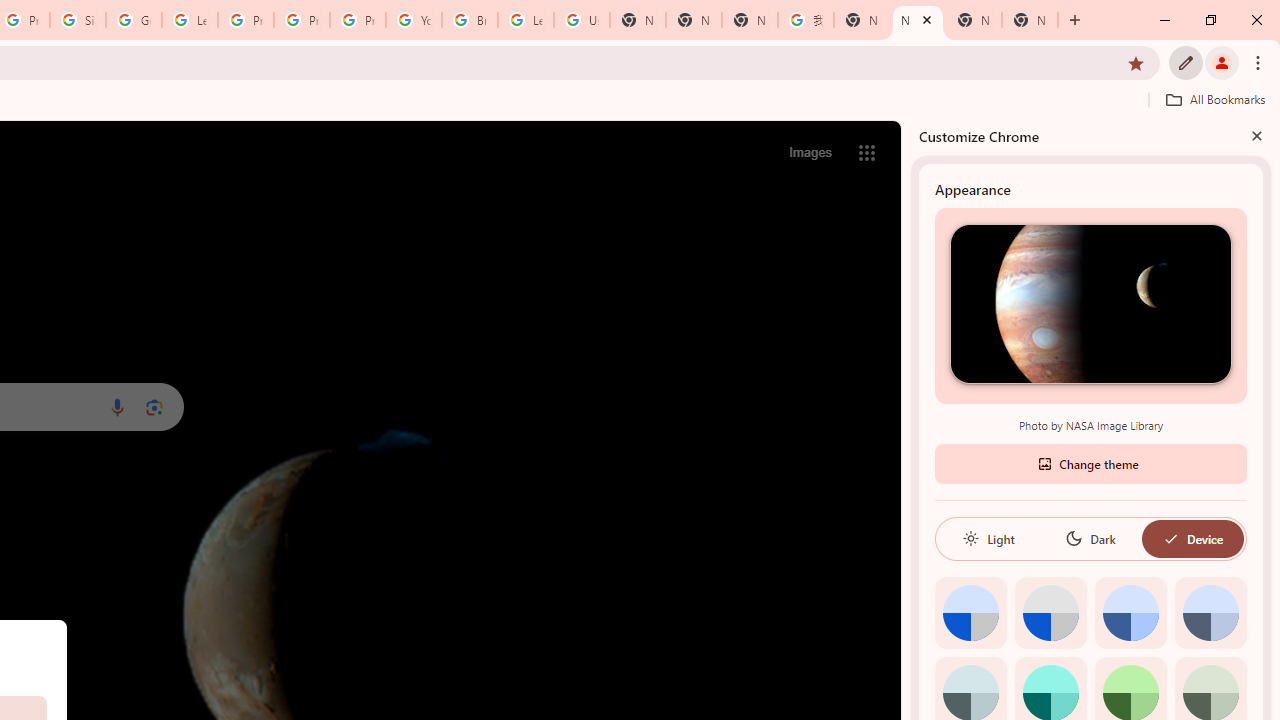 The width and height of the screenshot is (1280, 720). I want to click on 'Dark', so click(1089, 537).